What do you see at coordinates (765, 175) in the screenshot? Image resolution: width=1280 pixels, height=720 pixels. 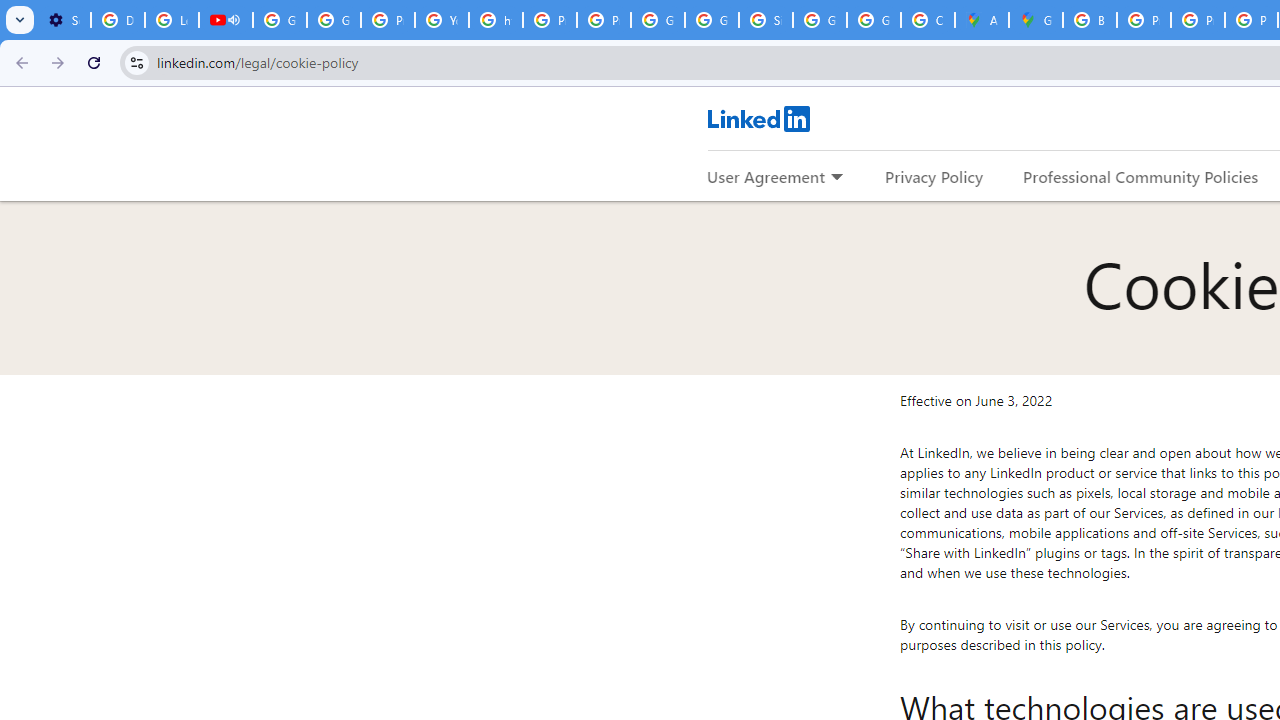 I see `'User Agreement'` at bounding box center [765, 175].